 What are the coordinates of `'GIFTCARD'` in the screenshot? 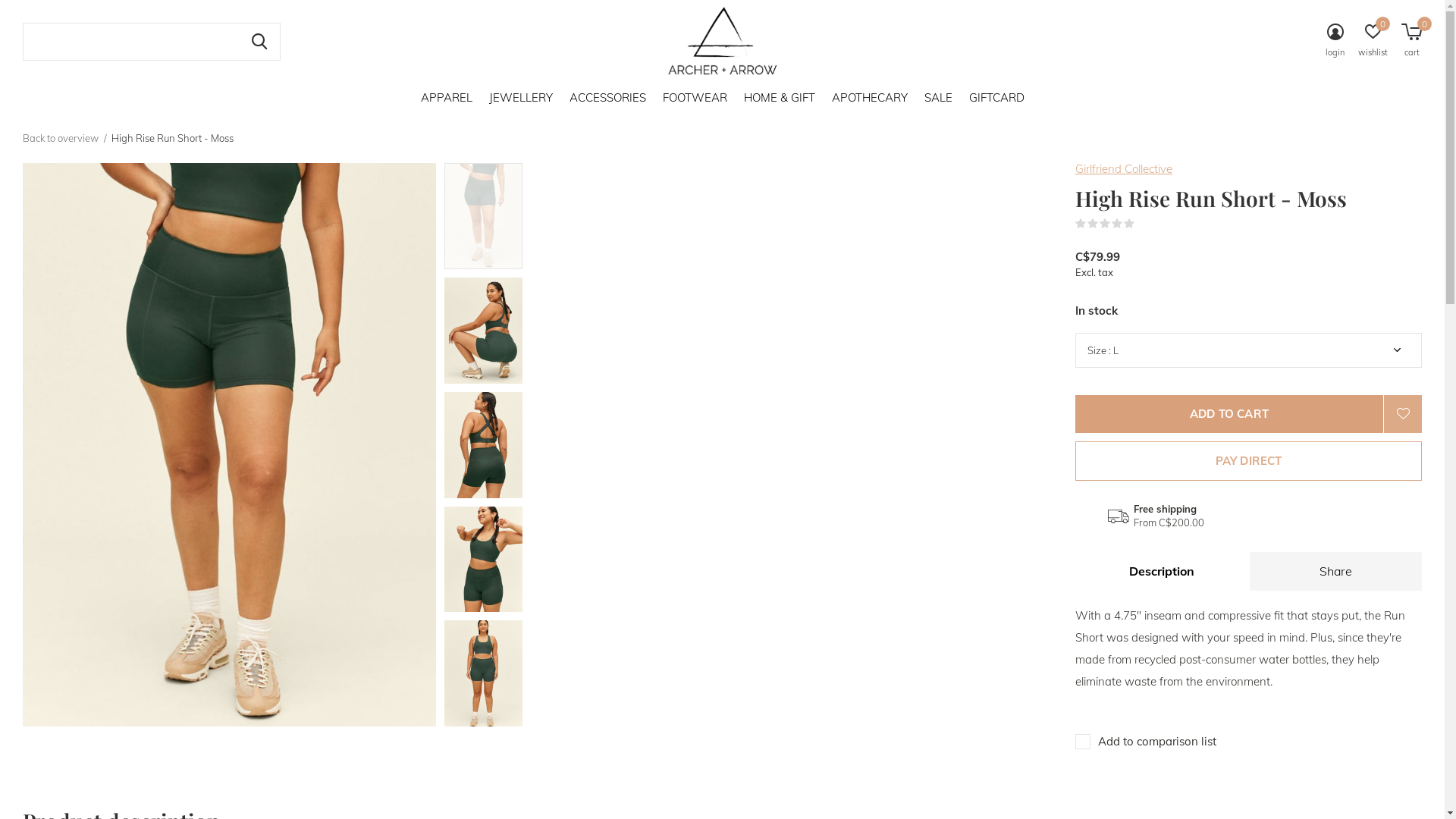 It's located at (996, 96).